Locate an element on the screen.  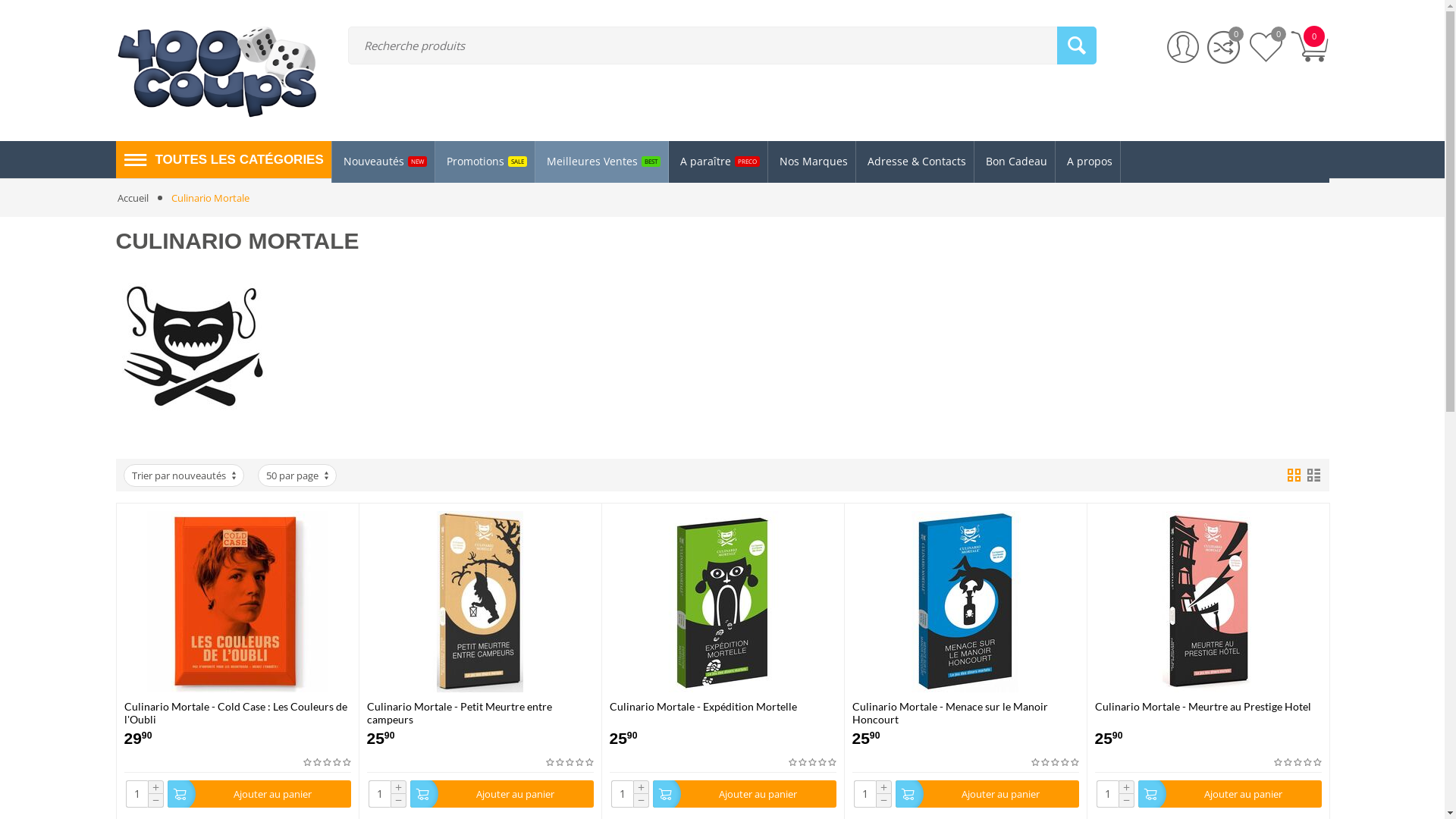
'0' is located at coordinates (1266, 46).